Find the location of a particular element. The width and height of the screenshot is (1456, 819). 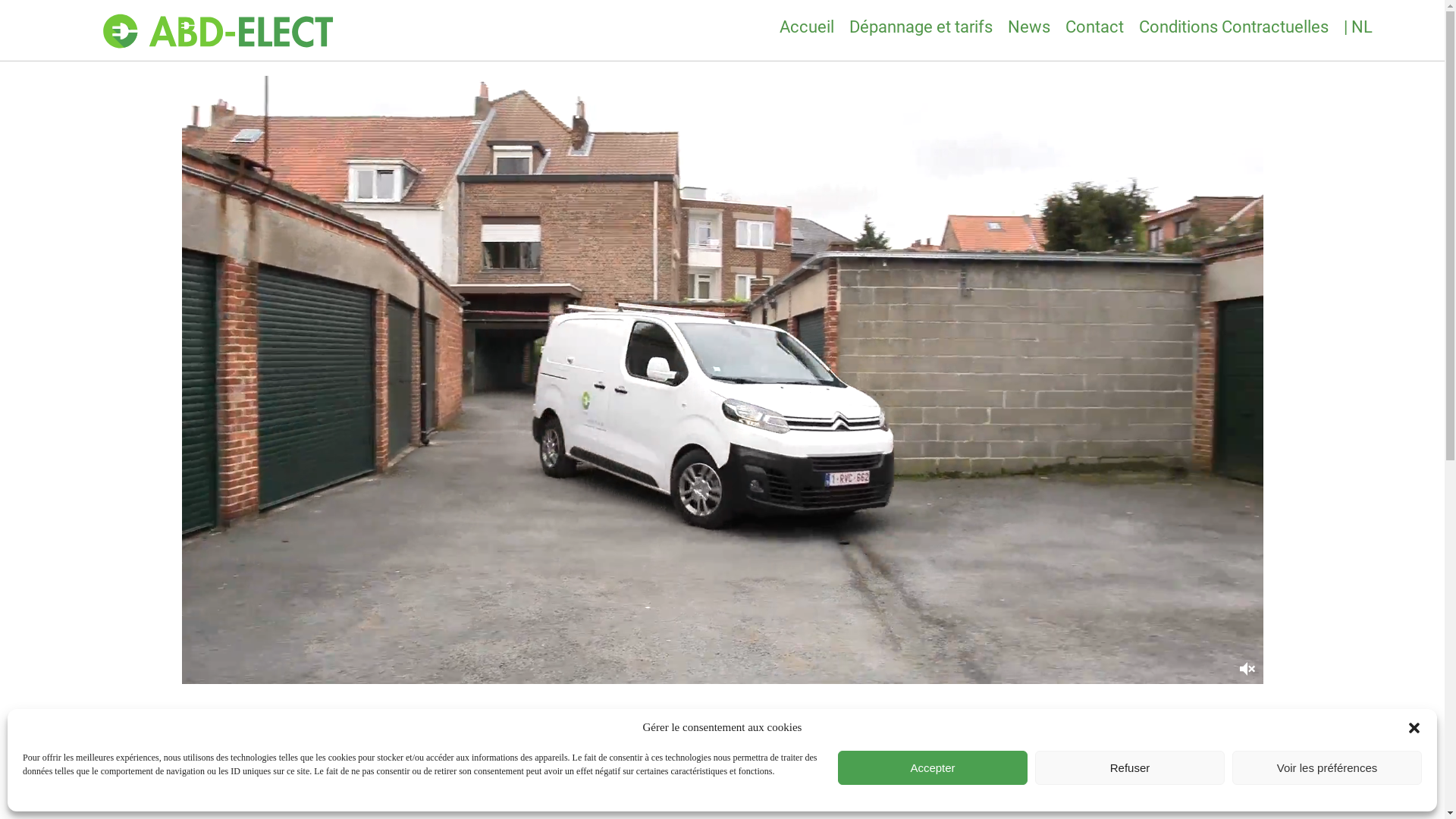

'Accepter' is located at coordinates (836, 767).